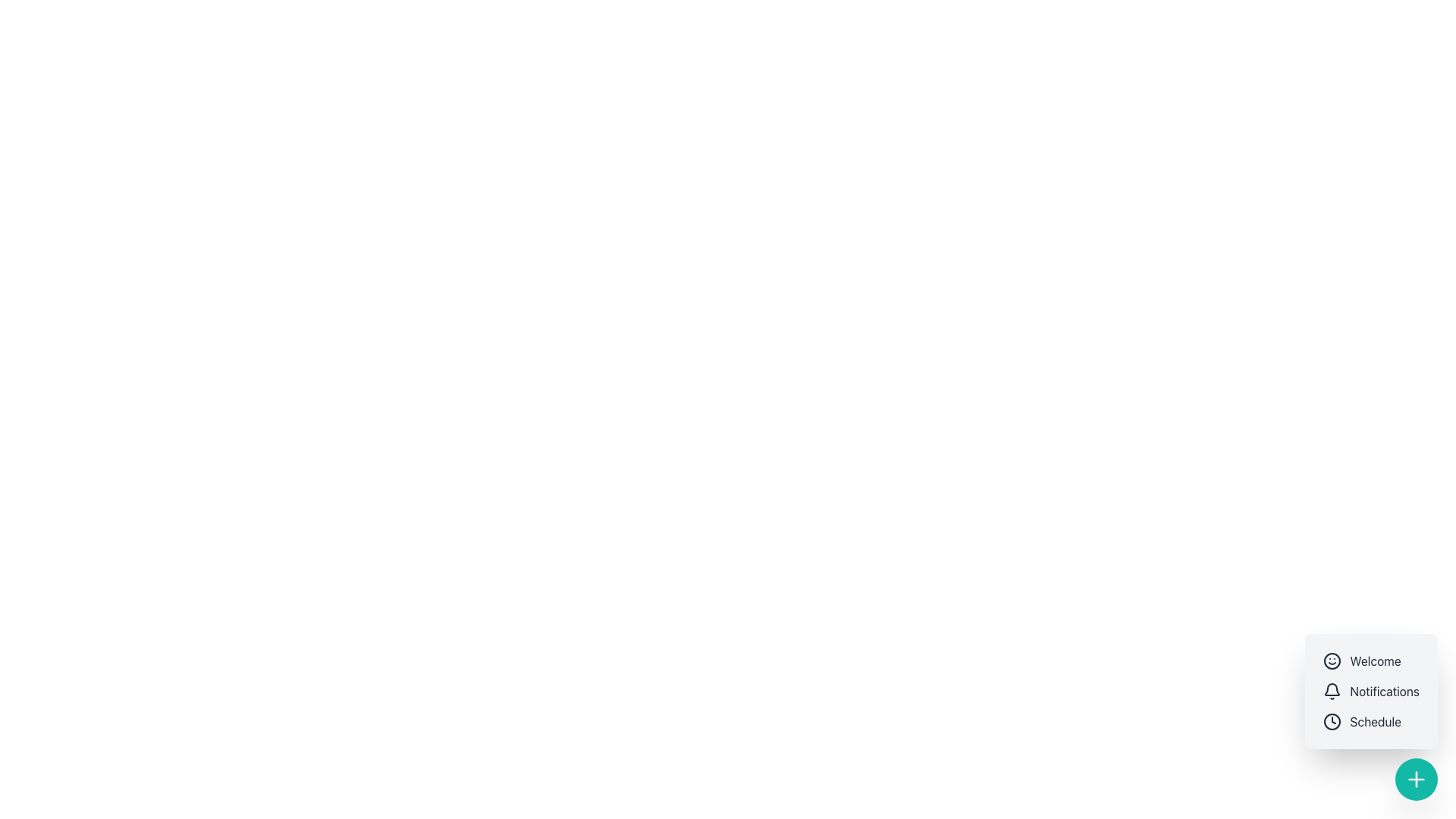 Image resolution: width=1456 pixels, height=819 pixels. Describe the element at coordinates (1331, 691) in the screenshot. I see `the small bell icon with a clear outline located adjacent to the text label 'Notifications'` at that location.